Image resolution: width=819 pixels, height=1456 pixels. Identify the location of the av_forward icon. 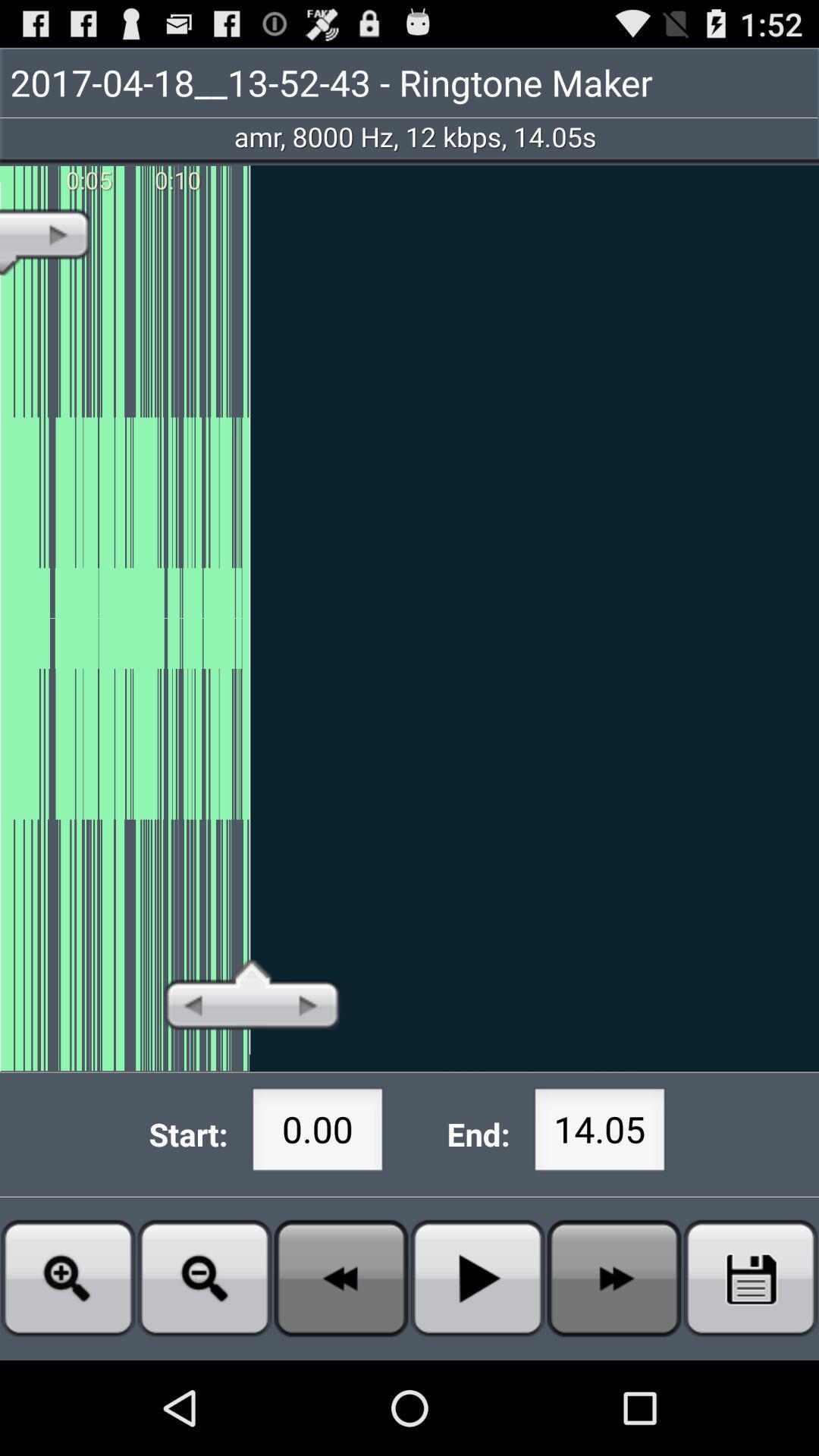
(614, 1368).